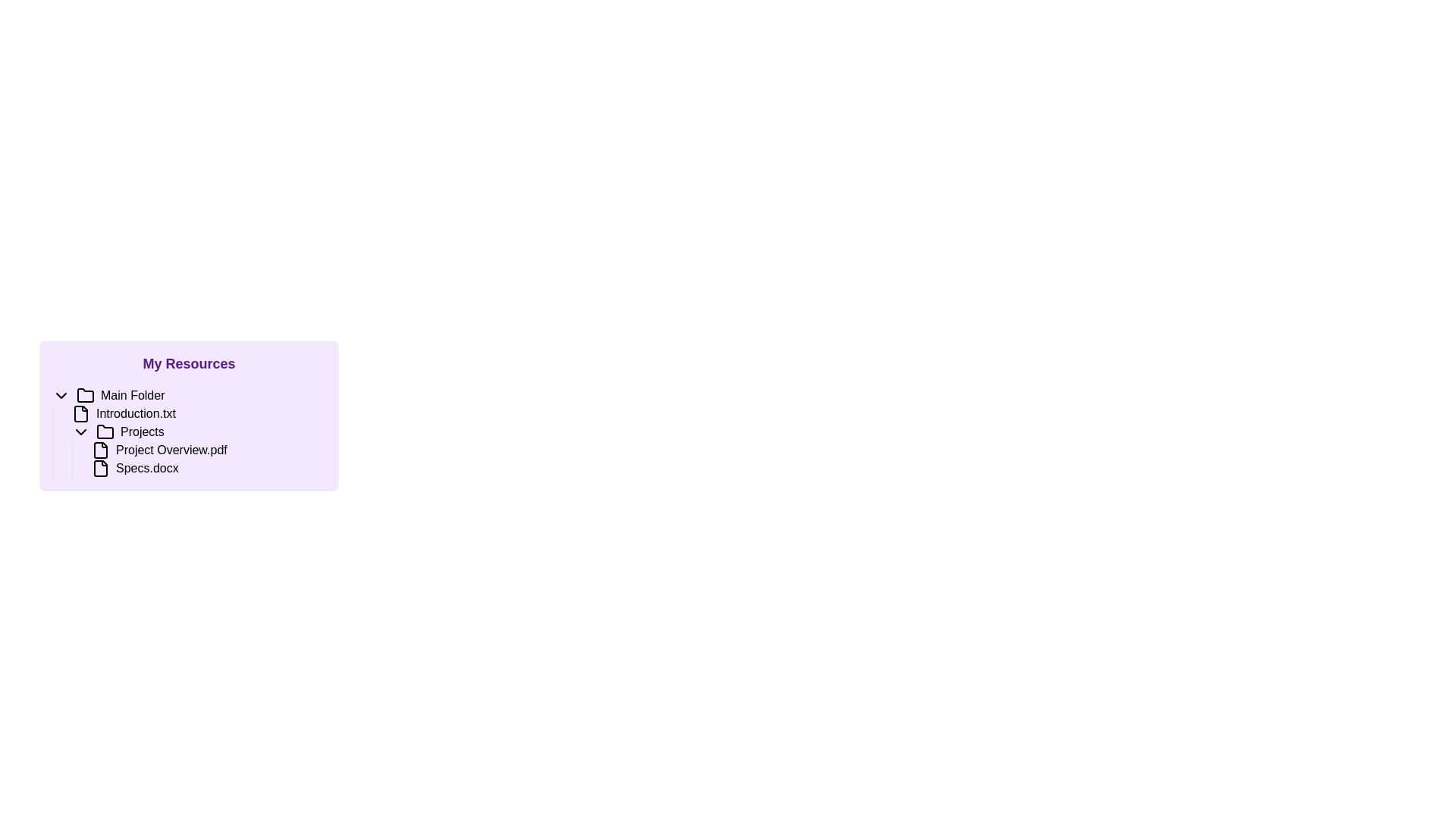 The height and width of the screenshot is (819, 1456). I want to click on the 'Main Folder' tree item, which is the first entry under 'My Resources', so click(188, 394).